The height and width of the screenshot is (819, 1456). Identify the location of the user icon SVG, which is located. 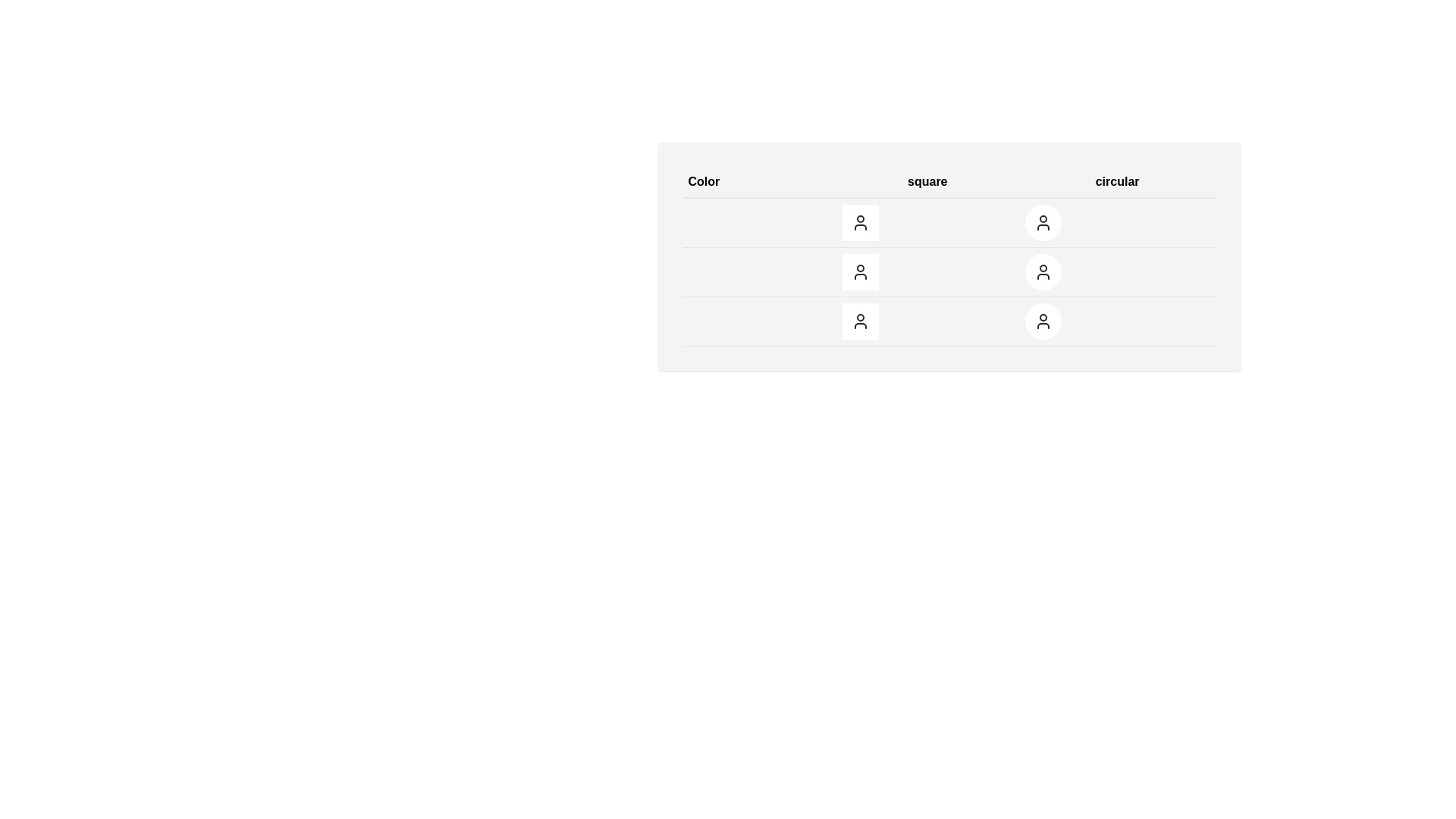
(860, 321).